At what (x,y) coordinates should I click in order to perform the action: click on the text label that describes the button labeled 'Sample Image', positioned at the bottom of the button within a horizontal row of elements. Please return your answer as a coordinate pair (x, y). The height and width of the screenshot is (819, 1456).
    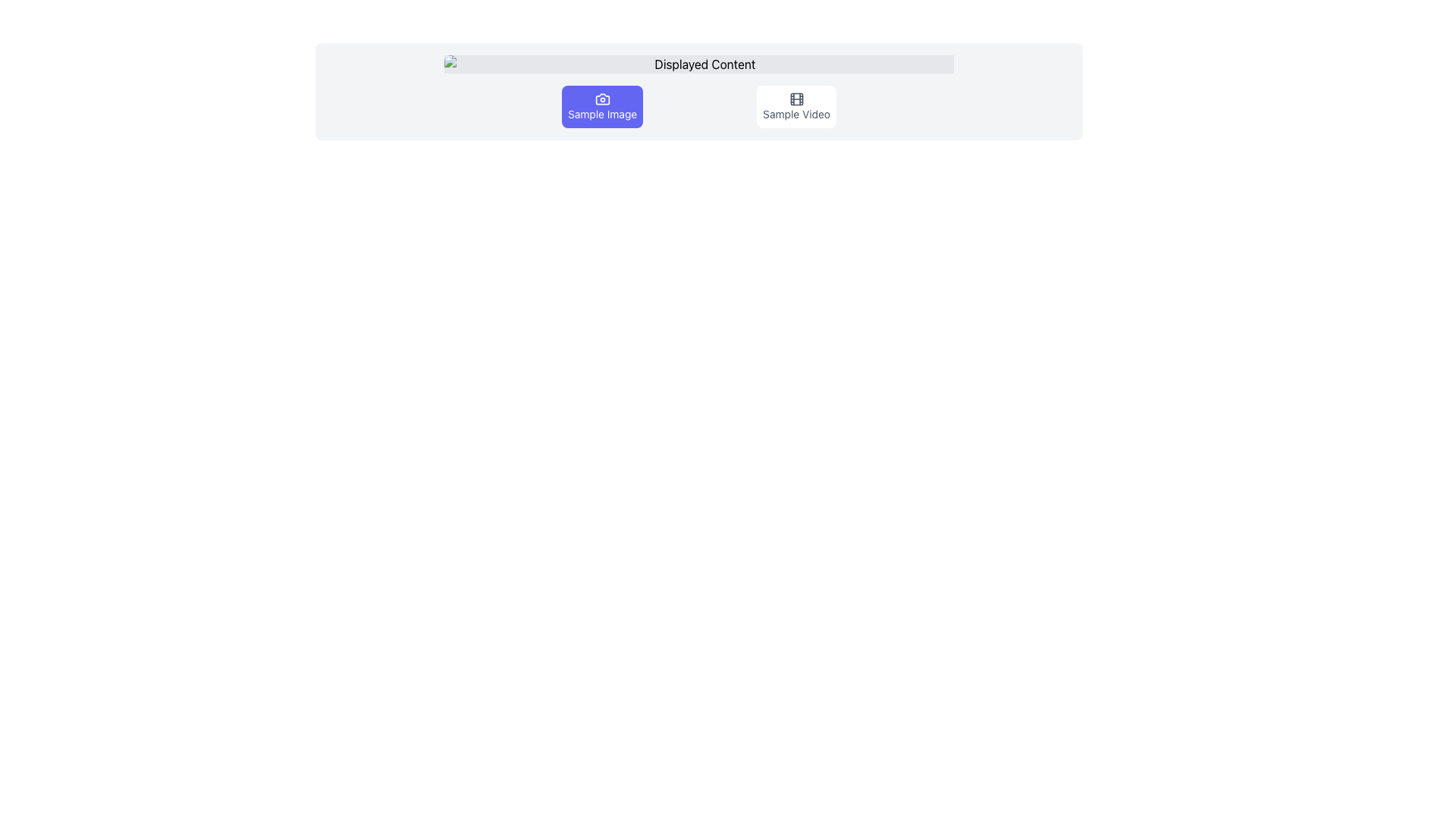
    Looking at the image, I should click on (601, 113).